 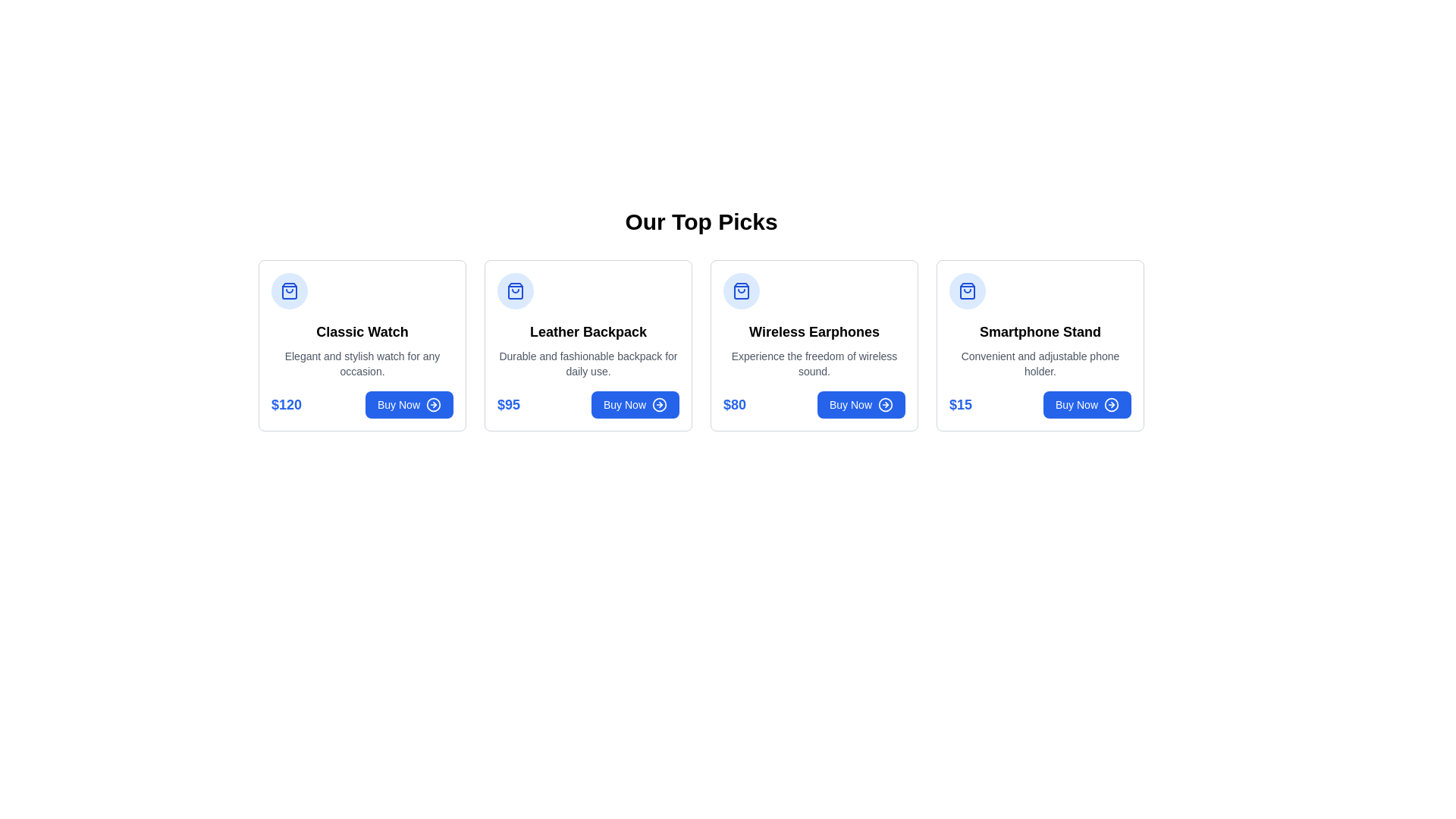 I want to click on the shopping bag icon located at the top center of the 'Classic Watch' card, which is directly above the product title, so click(x=290, y=291).